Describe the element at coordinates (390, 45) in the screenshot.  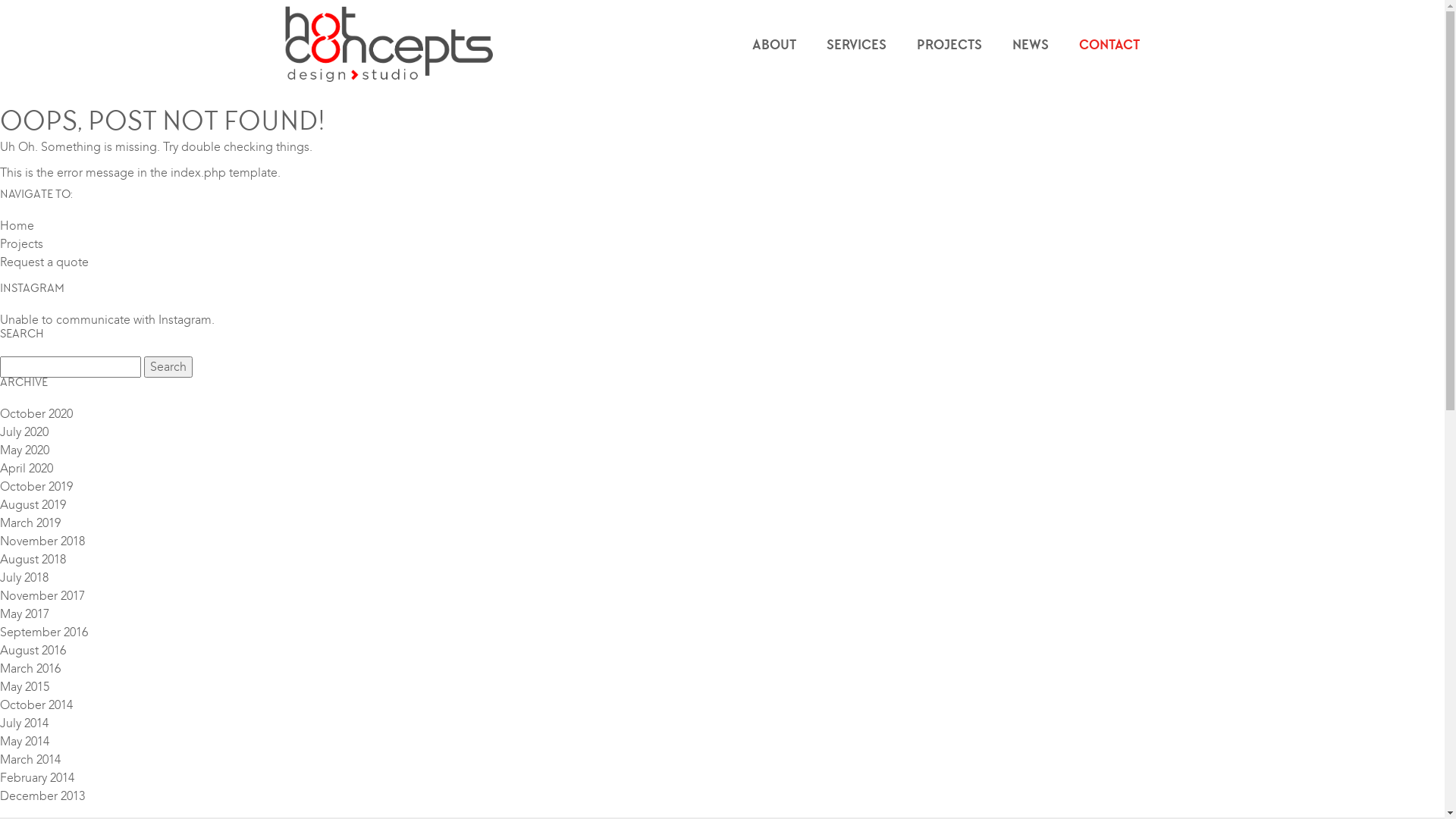
I see `'Hot Concepts Design Studio'` at that location.